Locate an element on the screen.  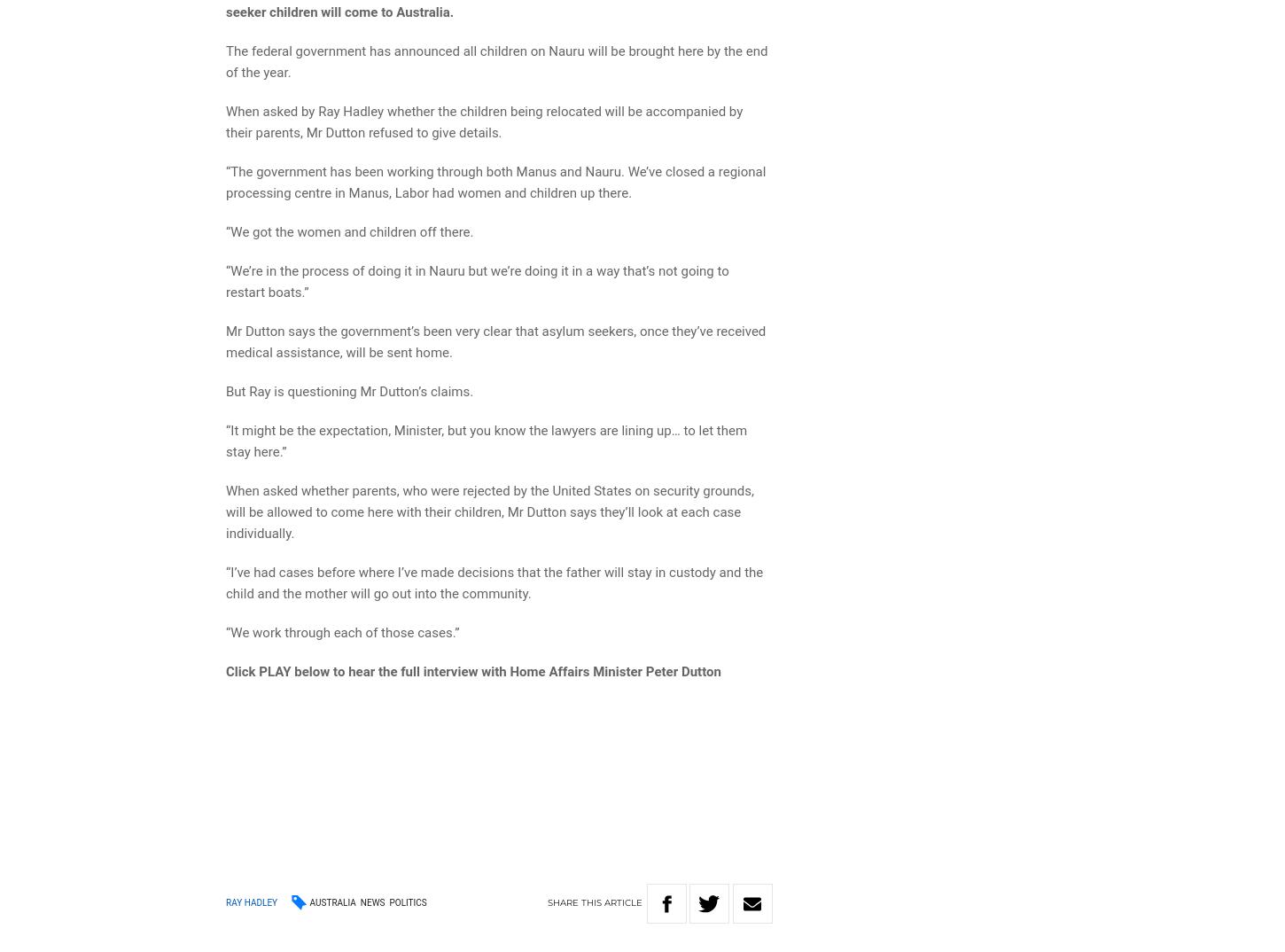
'“We’re in the process of doing it in Nauru but we’re doing it in a way that’s not going to restart boats.”' is located at coordinates (477, 281).